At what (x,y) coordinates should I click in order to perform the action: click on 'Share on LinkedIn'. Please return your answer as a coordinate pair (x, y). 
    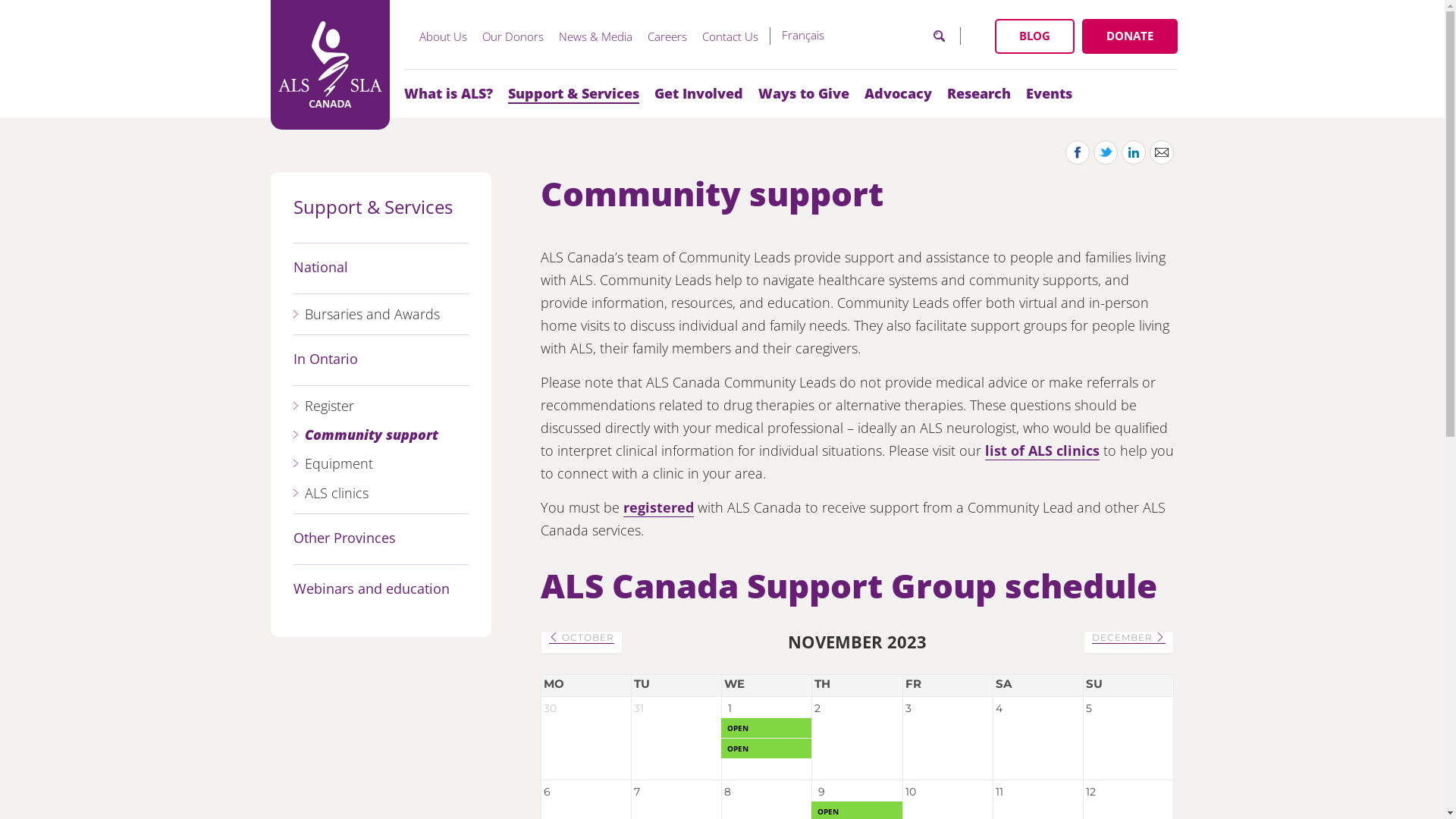
    Looking at the image, I should click on (1133, 152).